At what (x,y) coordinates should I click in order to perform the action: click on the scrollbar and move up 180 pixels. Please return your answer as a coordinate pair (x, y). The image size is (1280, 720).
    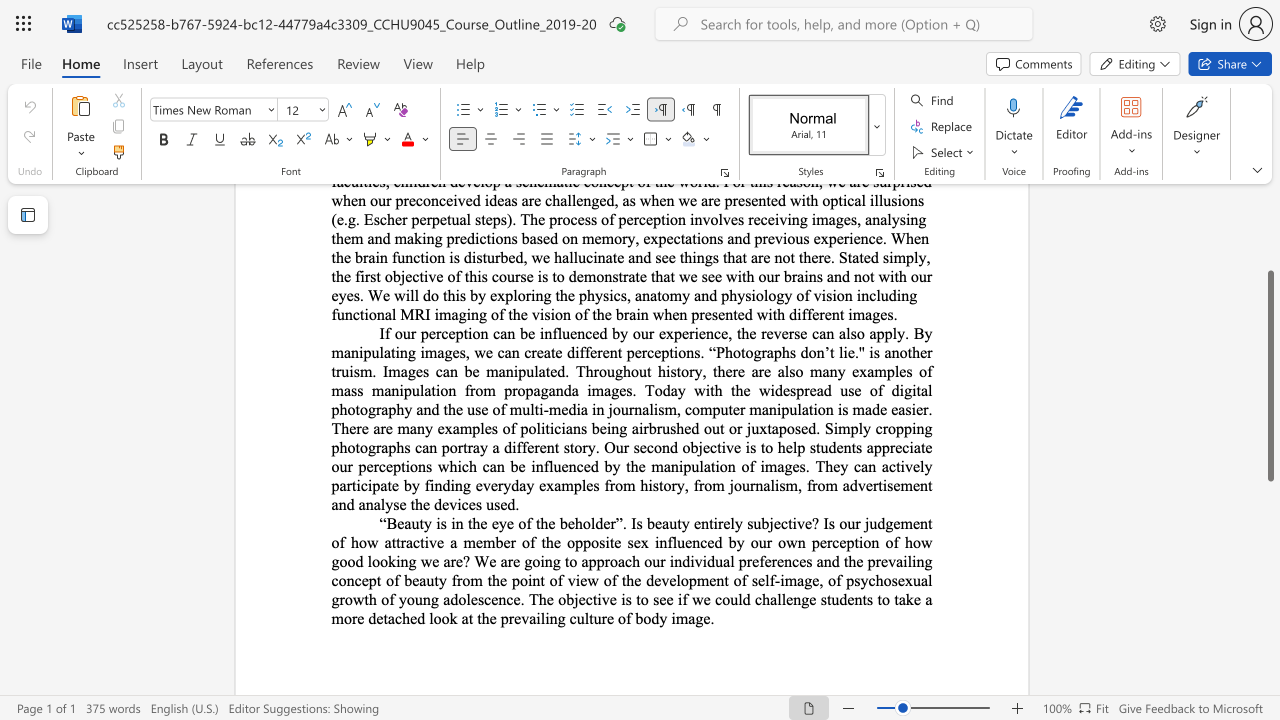
    Looking at the image, I should click on (1269, 376).